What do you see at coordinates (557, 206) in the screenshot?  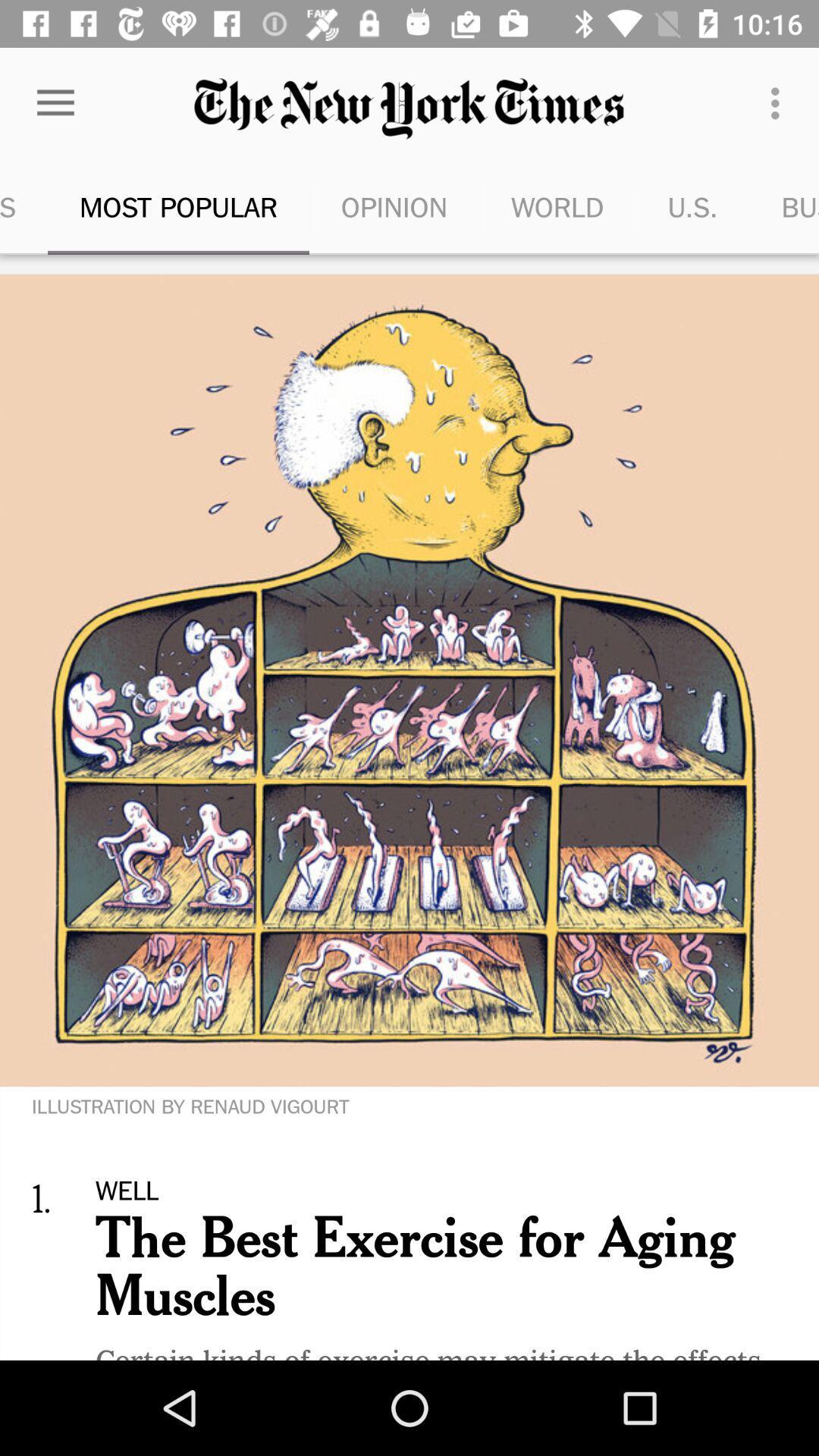 I see `the icon next to u.s.` at bounding box center [557, 206].